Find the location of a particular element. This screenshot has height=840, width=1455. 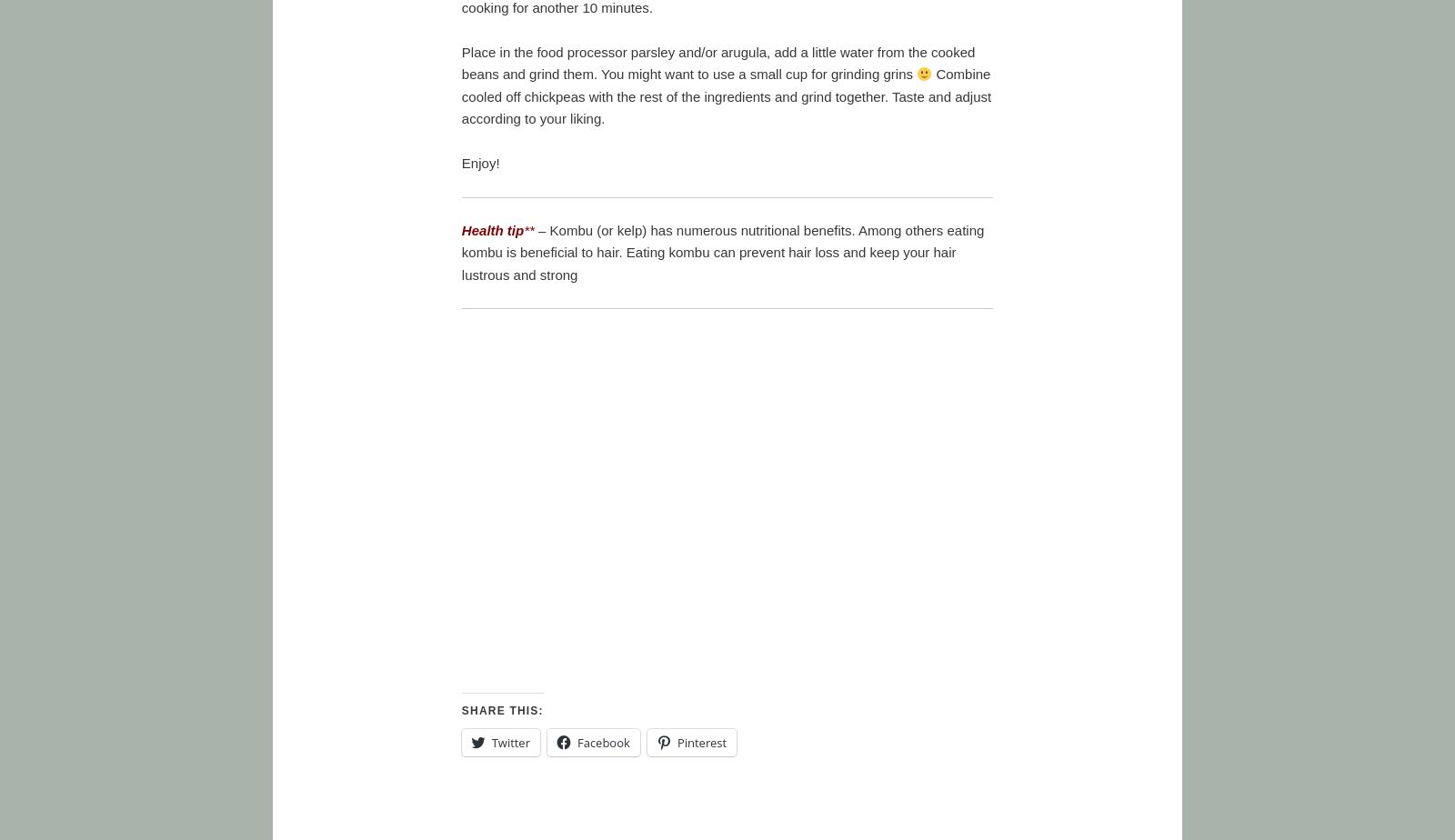

'Pinterest' is located at coordinates (701, 741).